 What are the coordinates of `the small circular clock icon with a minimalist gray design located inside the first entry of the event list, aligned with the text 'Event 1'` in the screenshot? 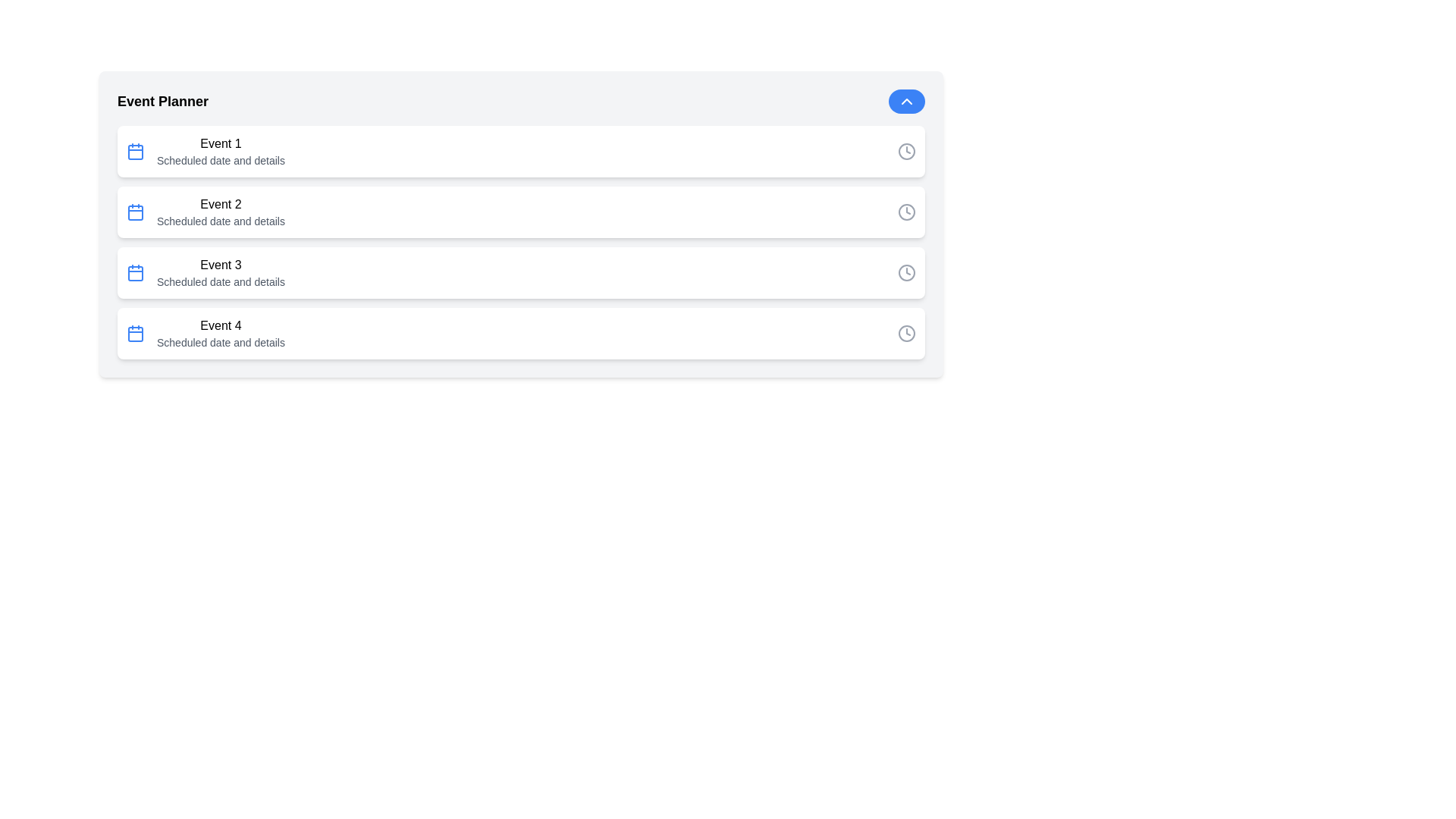 It's located at (906, 152).